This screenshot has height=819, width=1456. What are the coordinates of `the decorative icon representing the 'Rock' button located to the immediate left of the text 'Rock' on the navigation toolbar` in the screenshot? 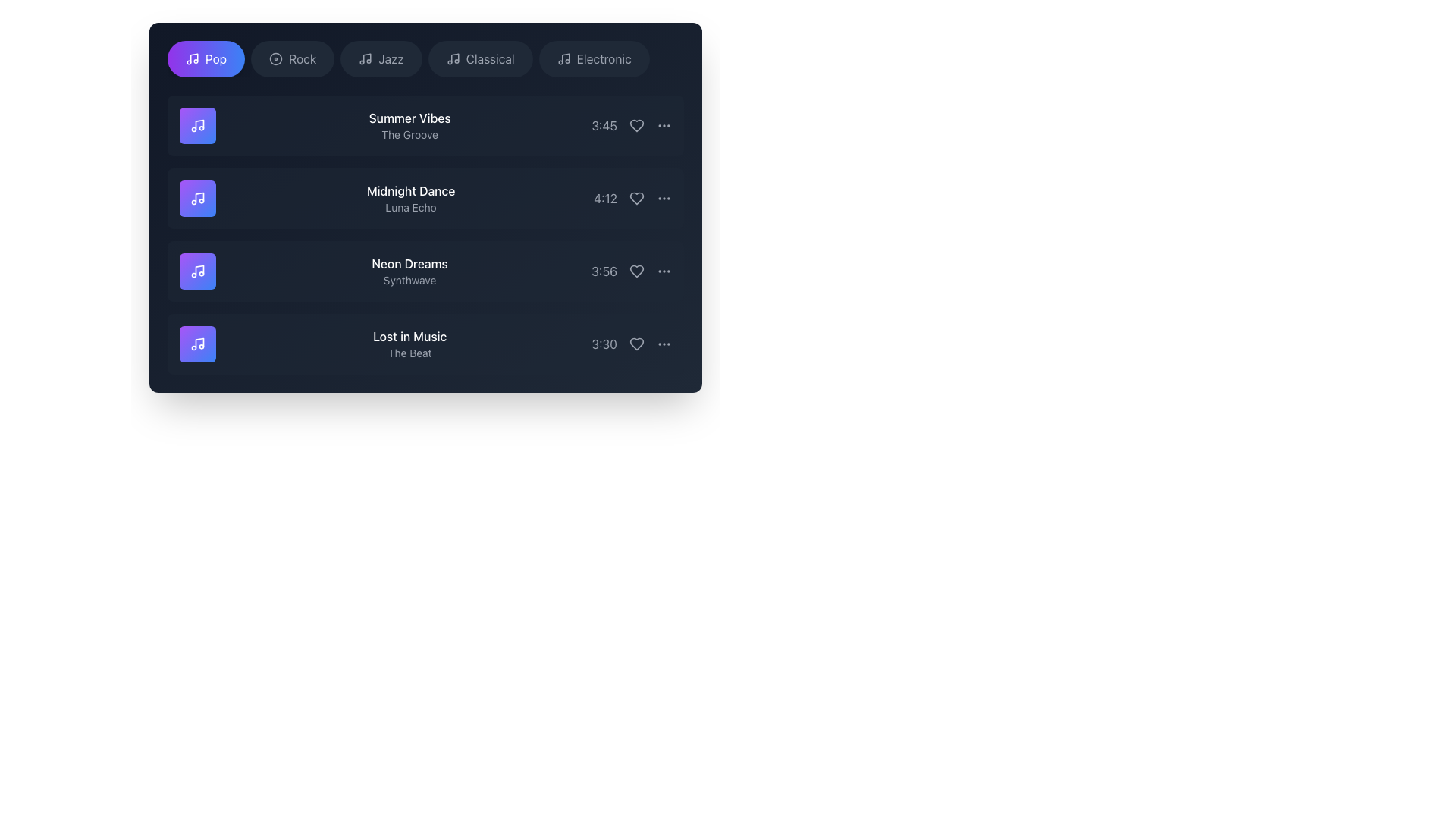 It's located at (276, 58).